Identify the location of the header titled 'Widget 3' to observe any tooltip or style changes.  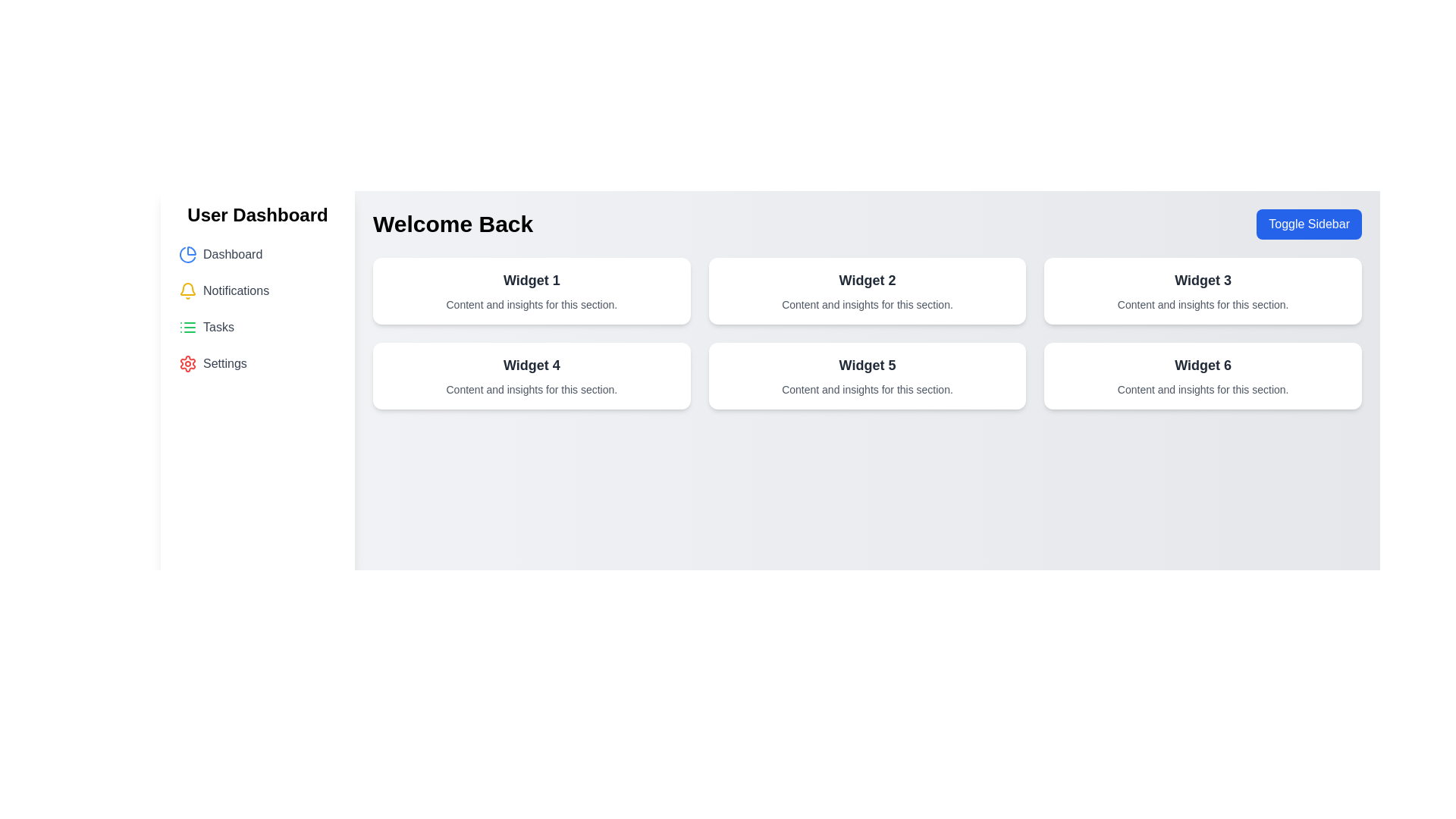
(1202, 281).